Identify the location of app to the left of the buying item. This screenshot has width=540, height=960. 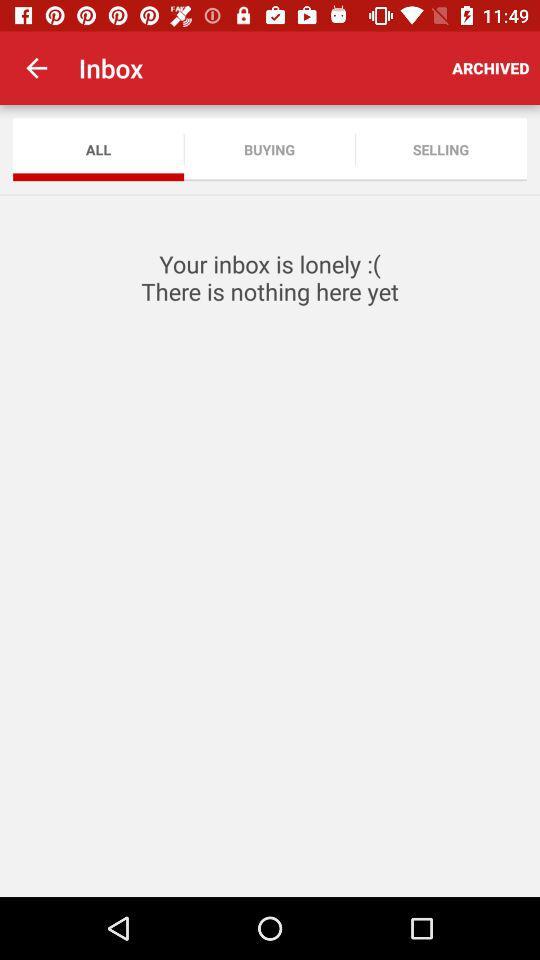
(97, 148).